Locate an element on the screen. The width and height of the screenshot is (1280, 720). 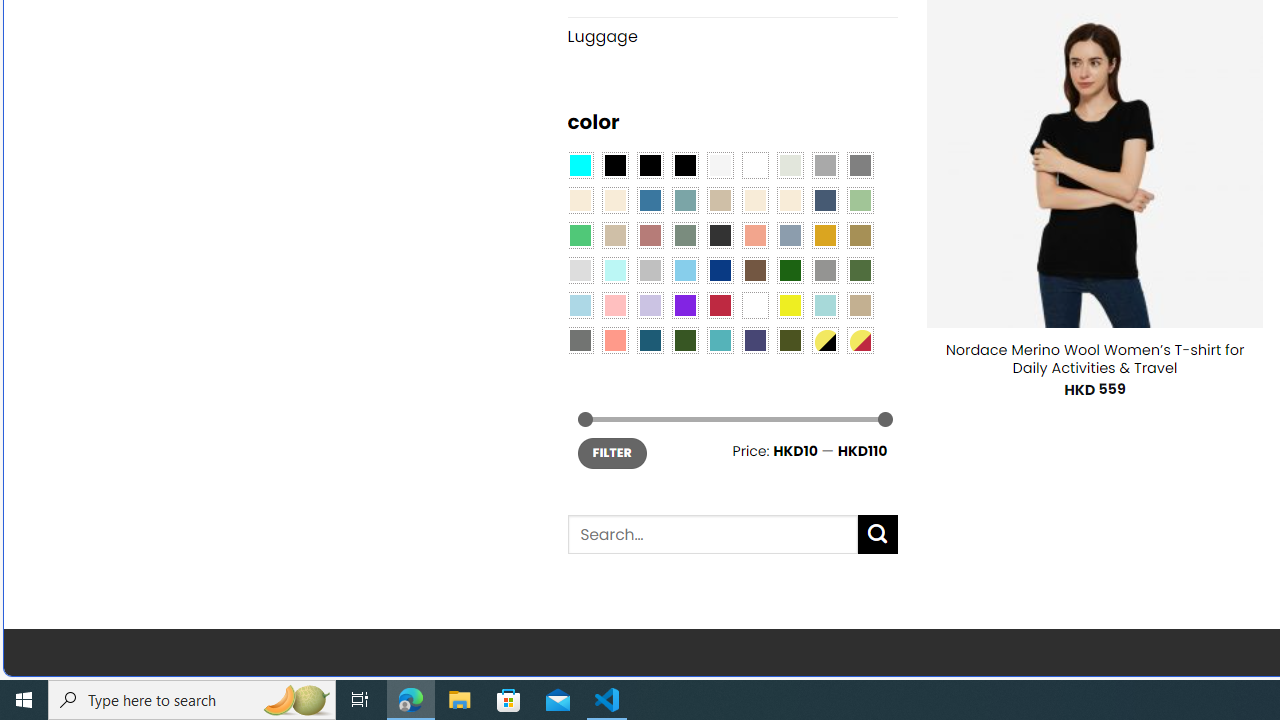
'Rose' is located at coordinates (650, 233).